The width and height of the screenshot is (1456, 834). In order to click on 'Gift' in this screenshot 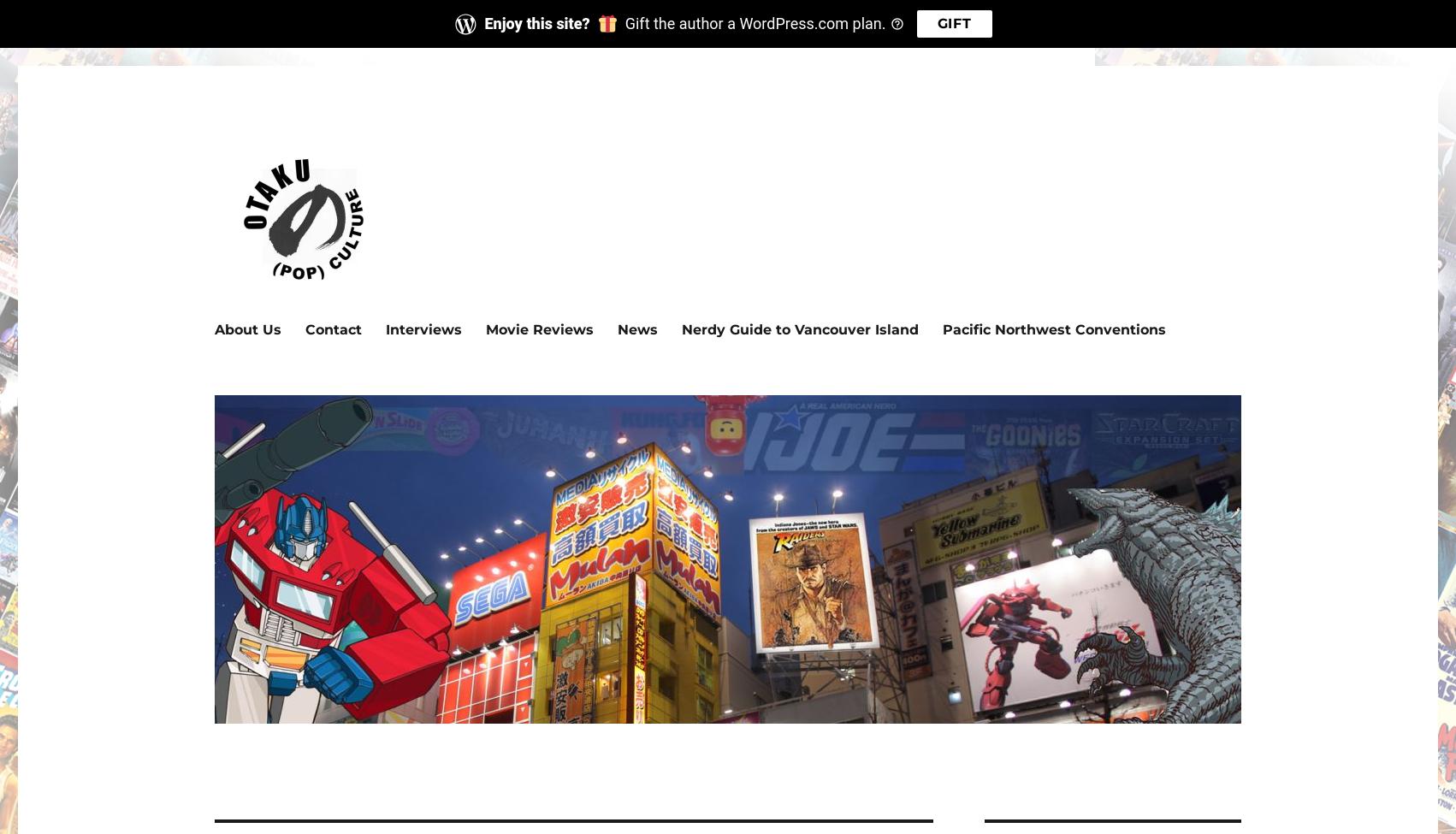, I will do `click(936, 23)`.